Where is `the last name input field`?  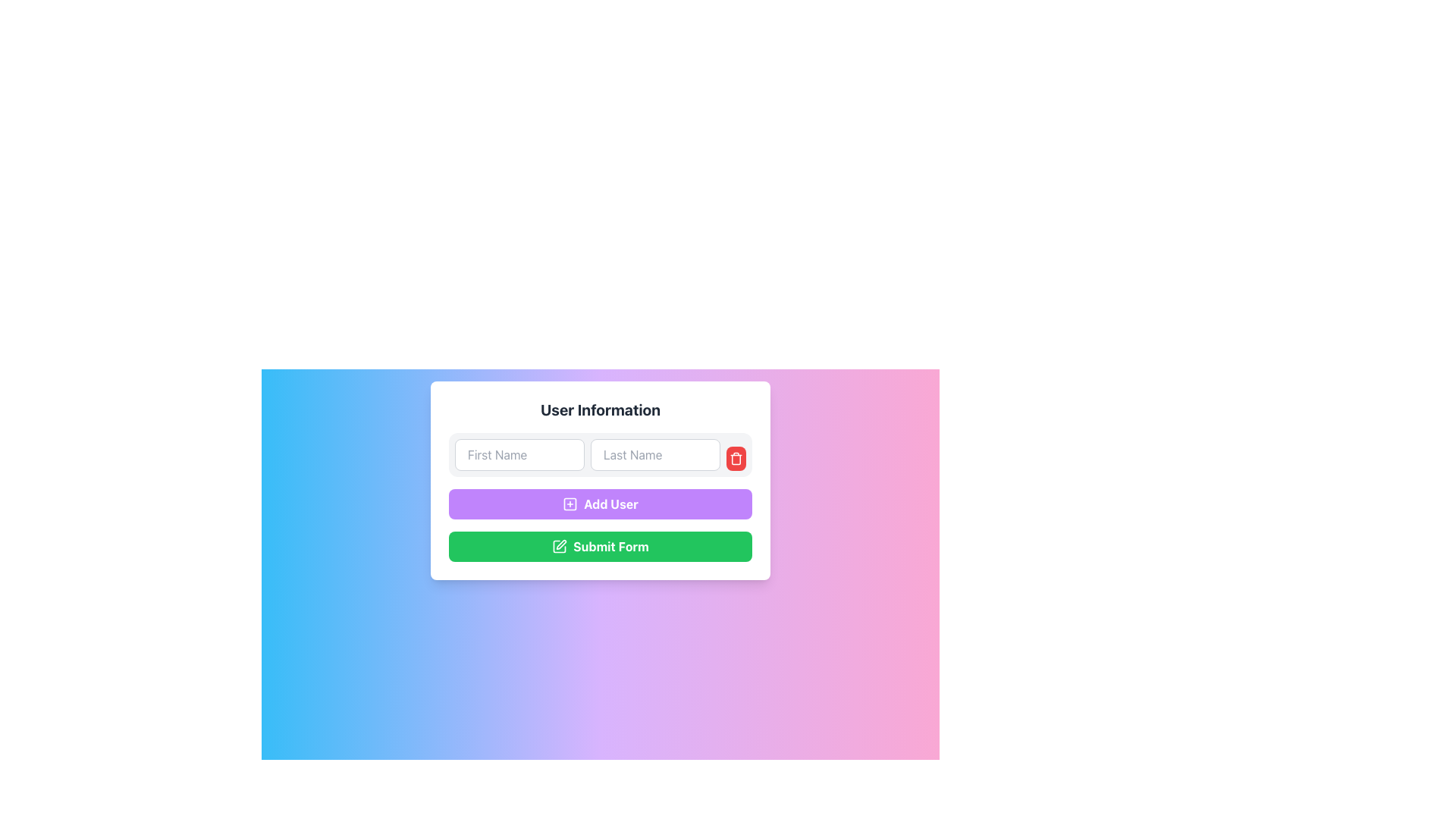 the last name input field is located at coordinates (655, 454).